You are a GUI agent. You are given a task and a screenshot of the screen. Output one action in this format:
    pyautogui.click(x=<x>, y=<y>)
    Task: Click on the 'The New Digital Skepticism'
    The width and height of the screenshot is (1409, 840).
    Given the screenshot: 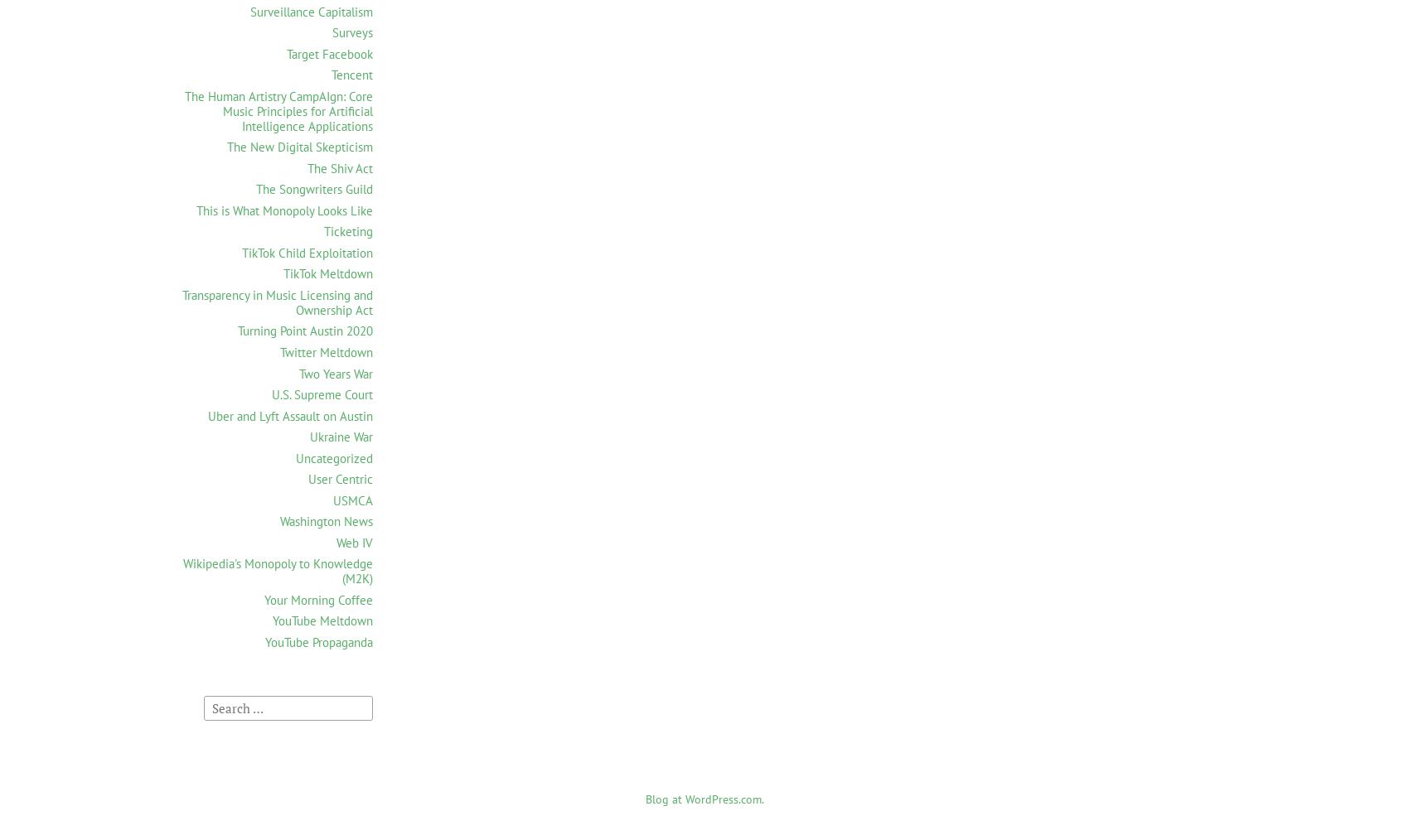 What is the action you would take?
    pyautogui.click(x=298, y=146)
    